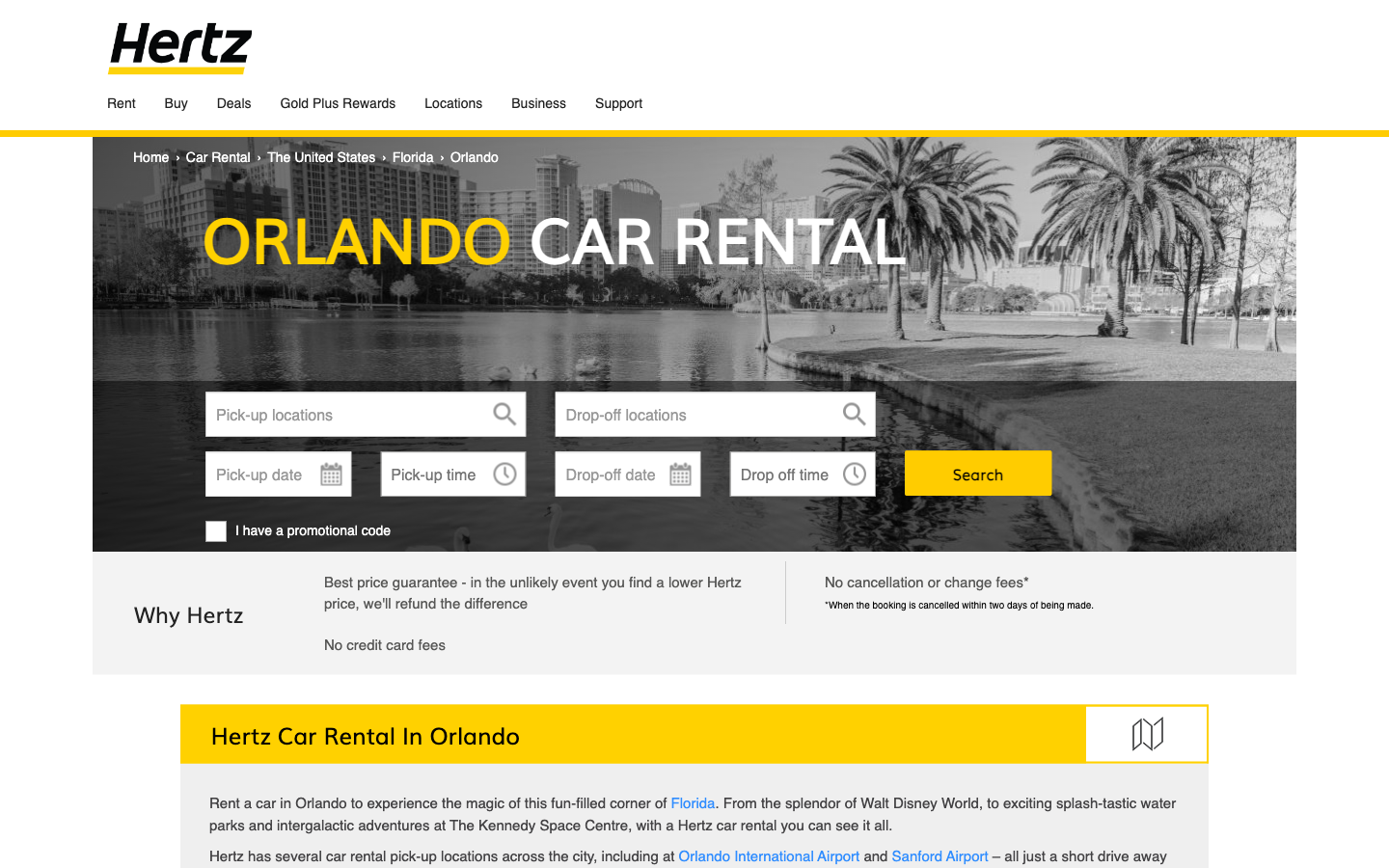 Image resolution: width=1389 pixels, height=868 pixels. What do you see at coordinates (365, 414) in the screenshot?
I see `Input "Florida" into the location search bar` at bounding box center [365, 414].